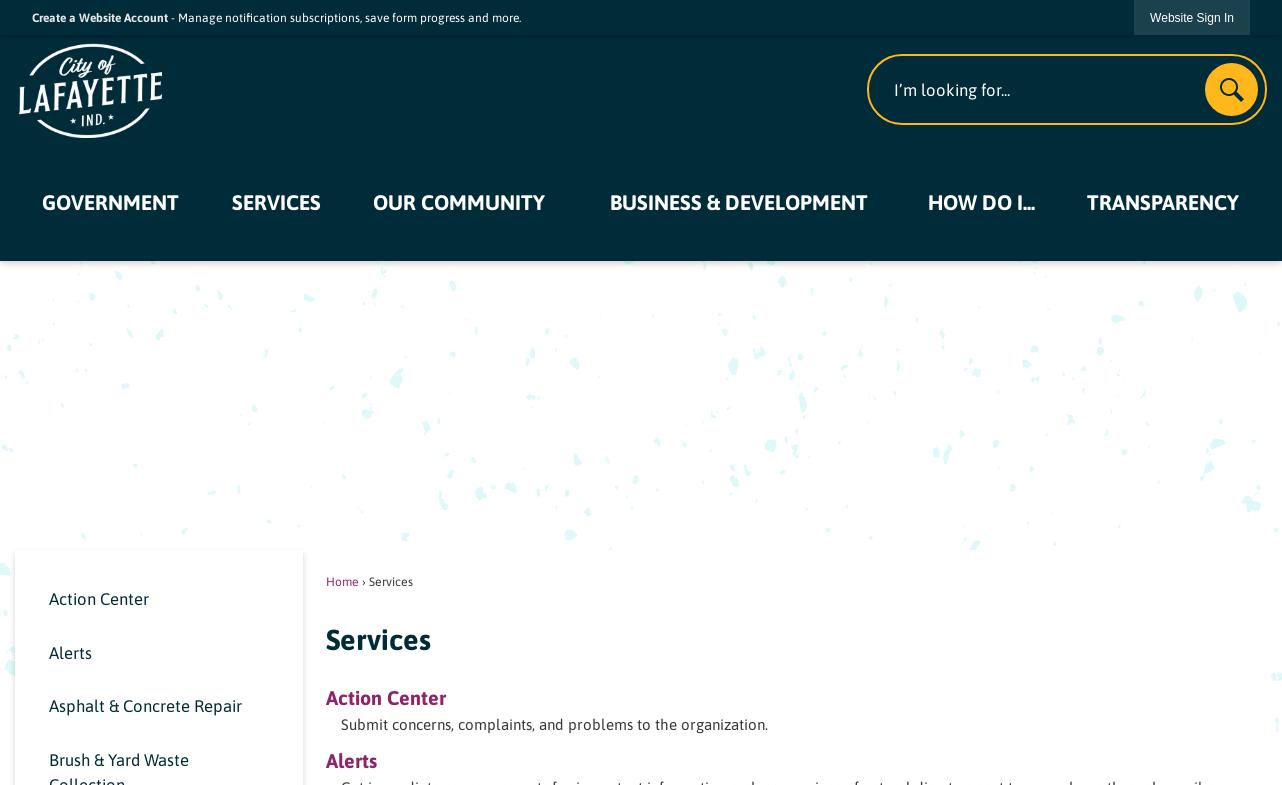  Describe the element at coordinates (738, 200) in the screenshot. I see `'Business & Development'` at that location.